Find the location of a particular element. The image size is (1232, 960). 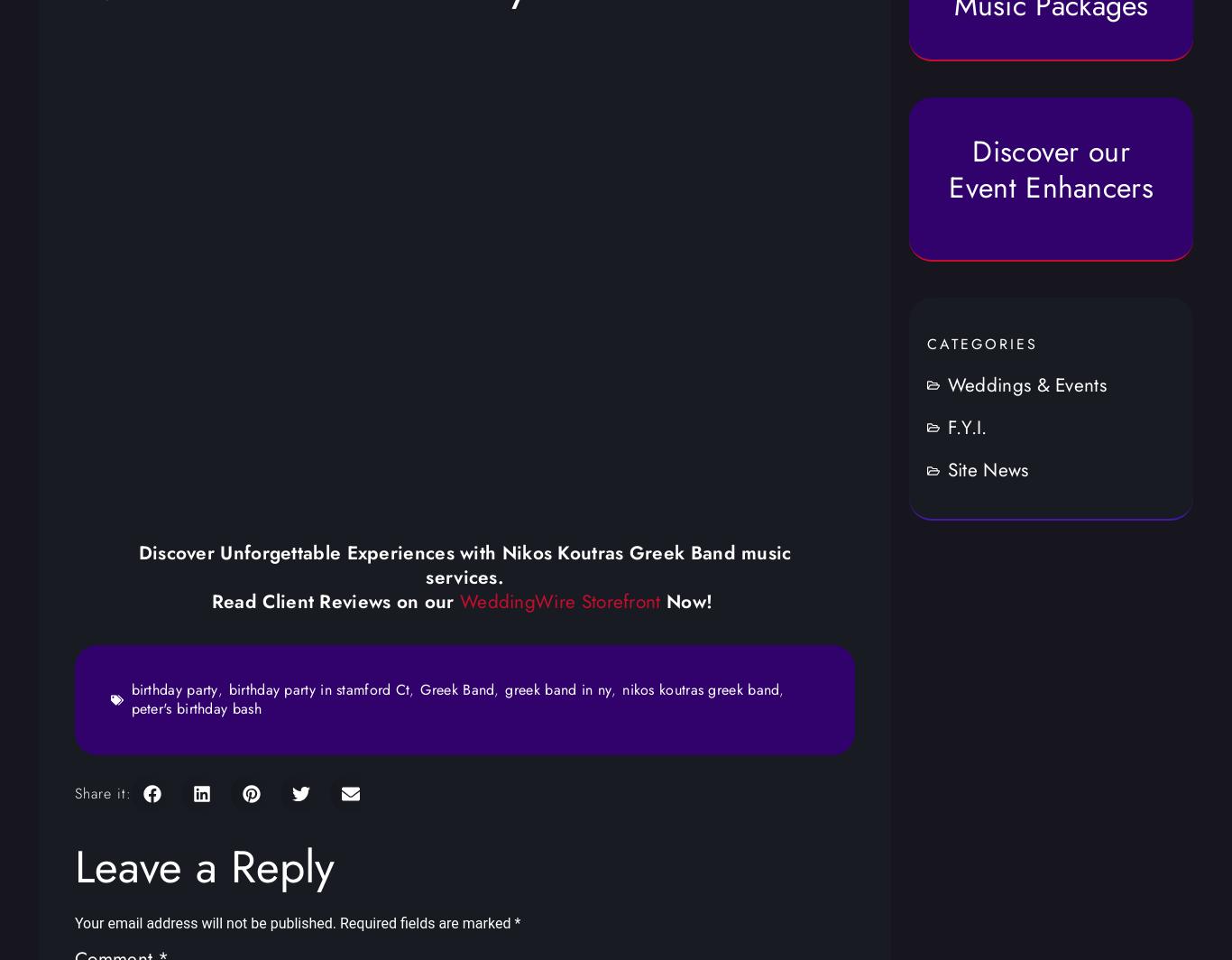

'greek band in ny' is located at coordinates (505, 689).